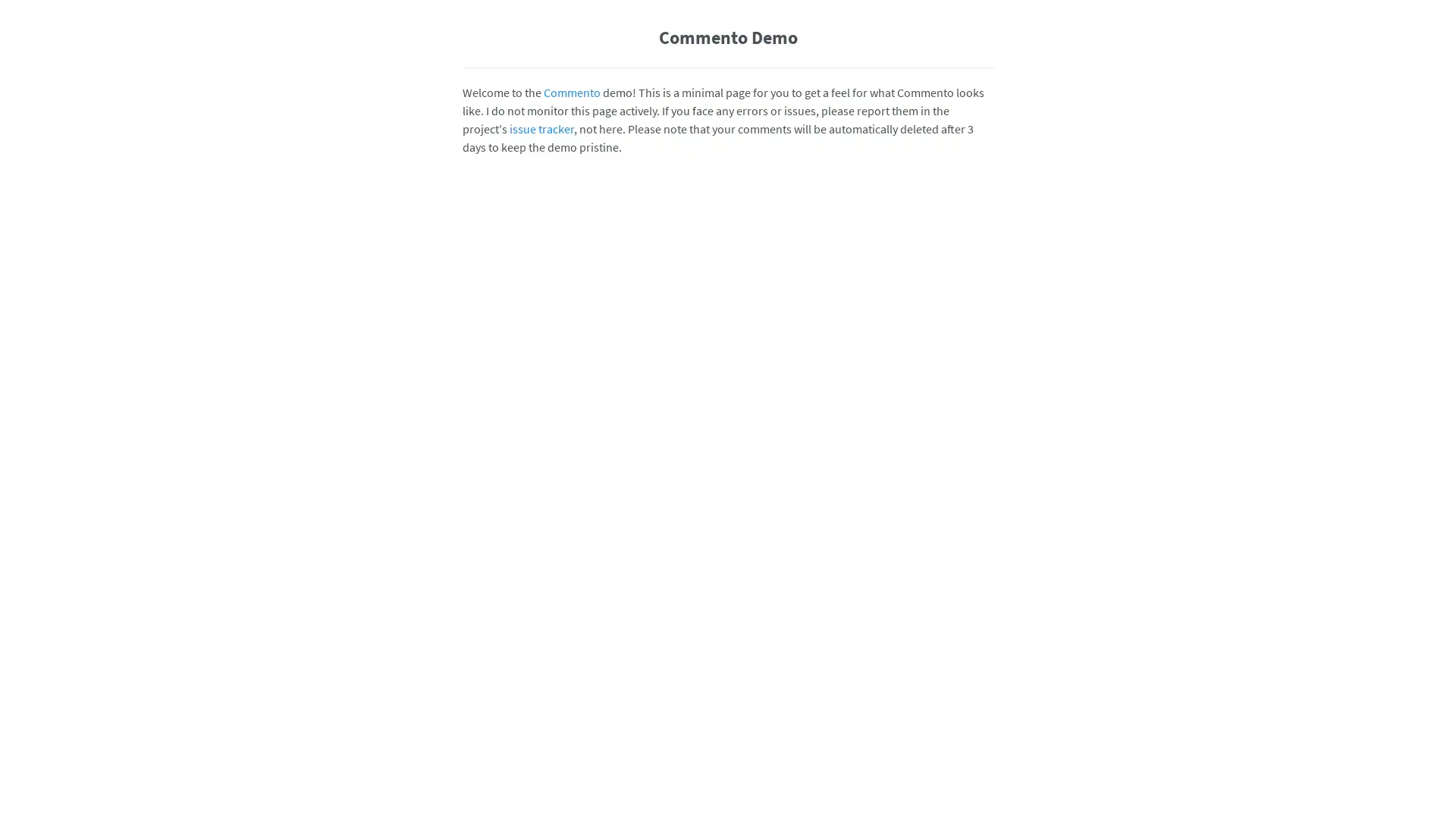 Image resolution: width=1456 pixels, height=819 pixels. Describe the element at coordinates (959, 417) in the screenshot. I see `Downvote` at that location.